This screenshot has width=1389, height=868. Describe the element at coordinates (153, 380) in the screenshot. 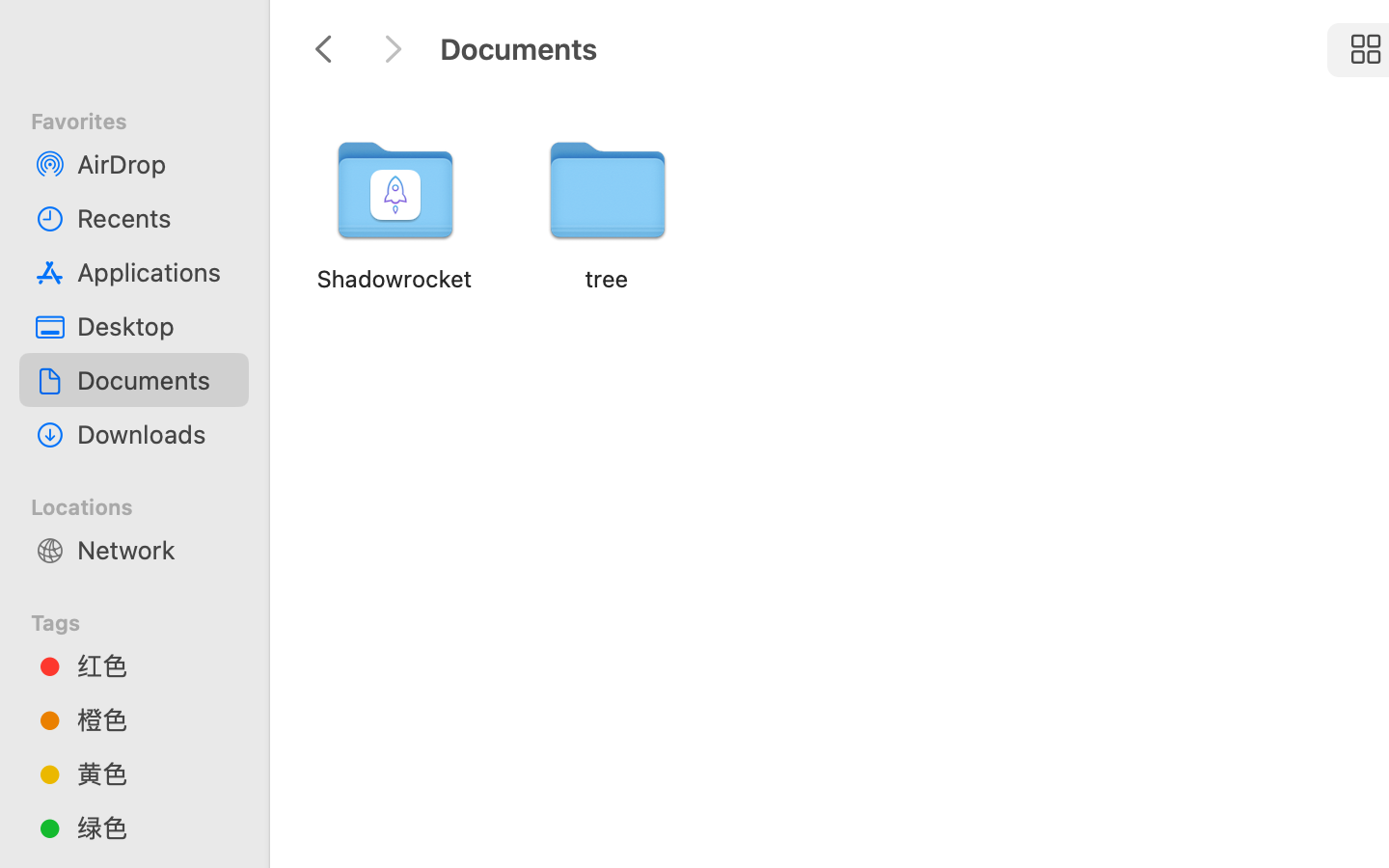

I see `'Documents'` at that location.